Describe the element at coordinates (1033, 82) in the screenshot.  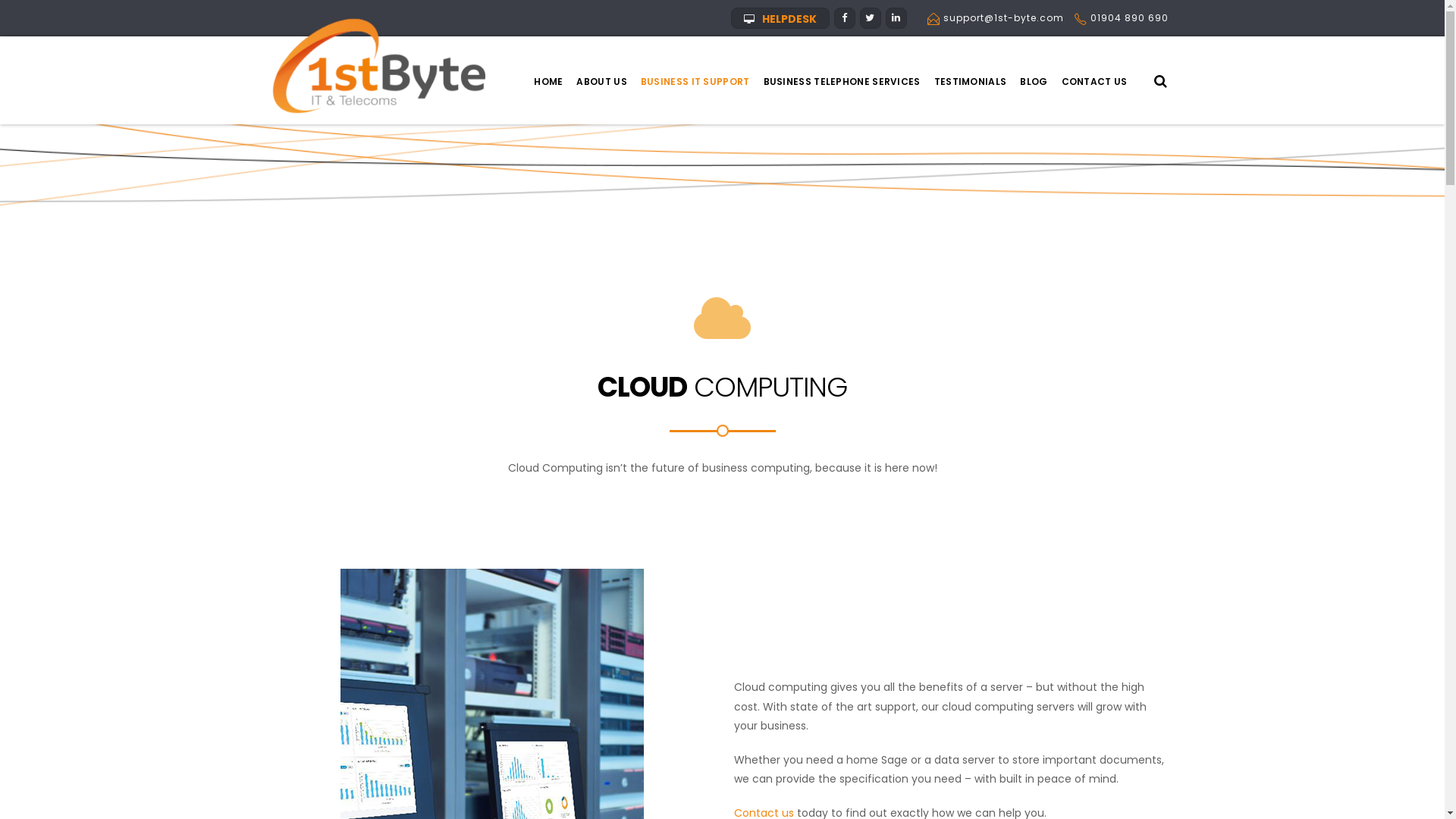
I see `'BLOG'` at that location.